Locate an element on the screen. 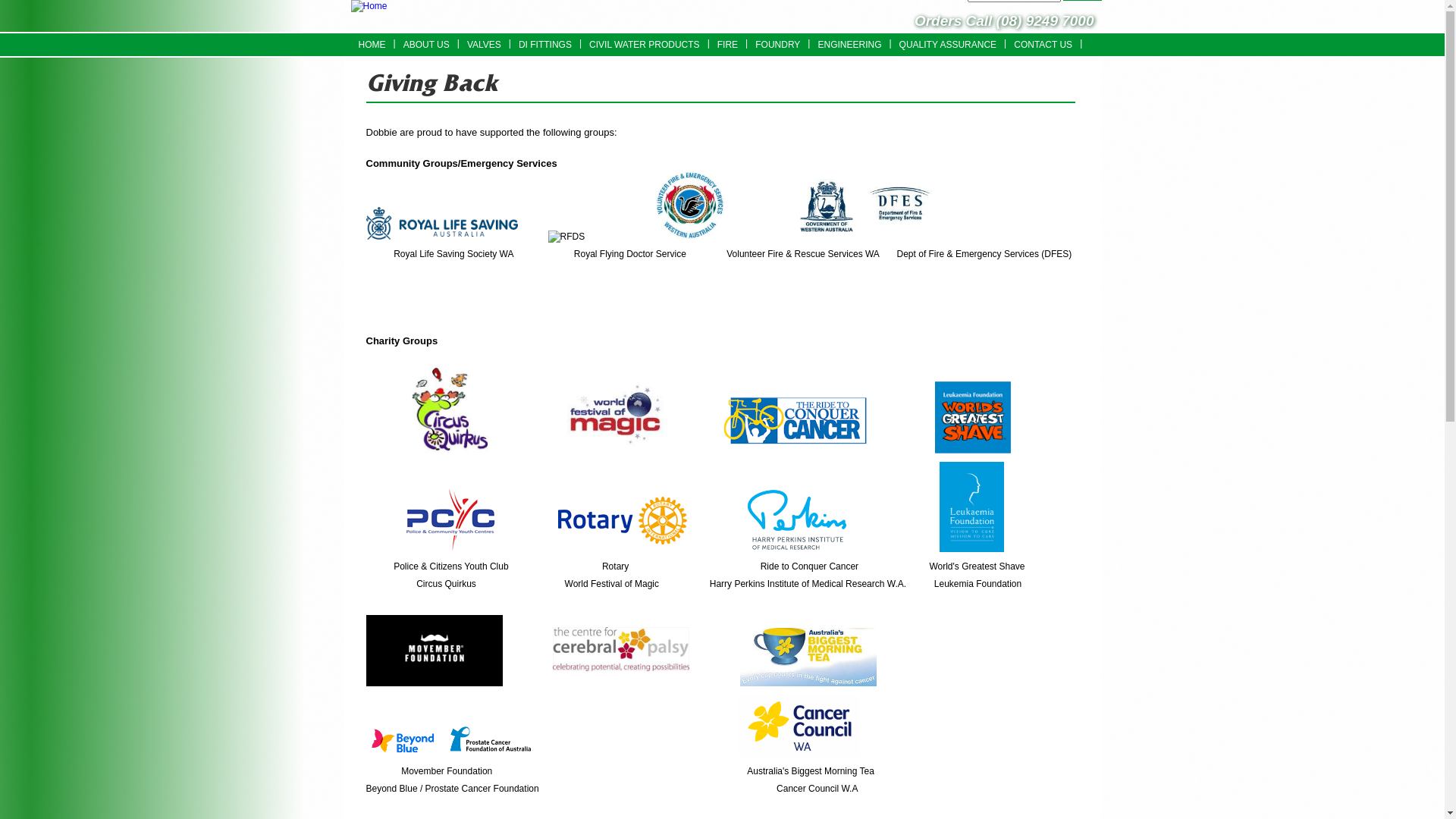  'Morning Tea' is located at coordinates (807, 656).